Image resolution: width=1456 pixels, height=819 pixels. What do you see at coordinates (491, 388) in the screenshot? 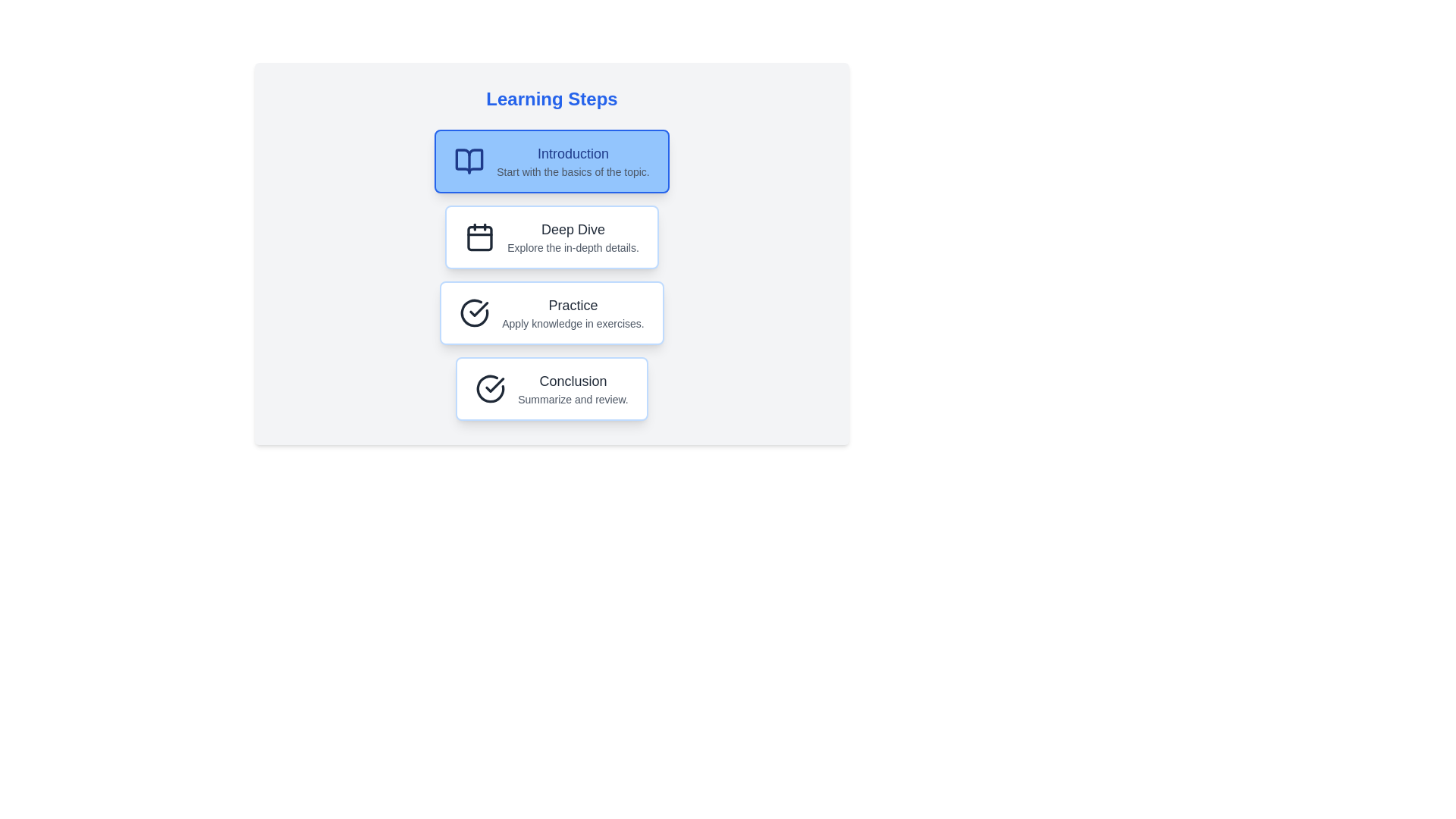
I see `the circular icon with a checkmark that symbolizes a completed action, located to the left of the text block reading 'Conclusion Summarize and review.'` at bounding box center [491, 388].